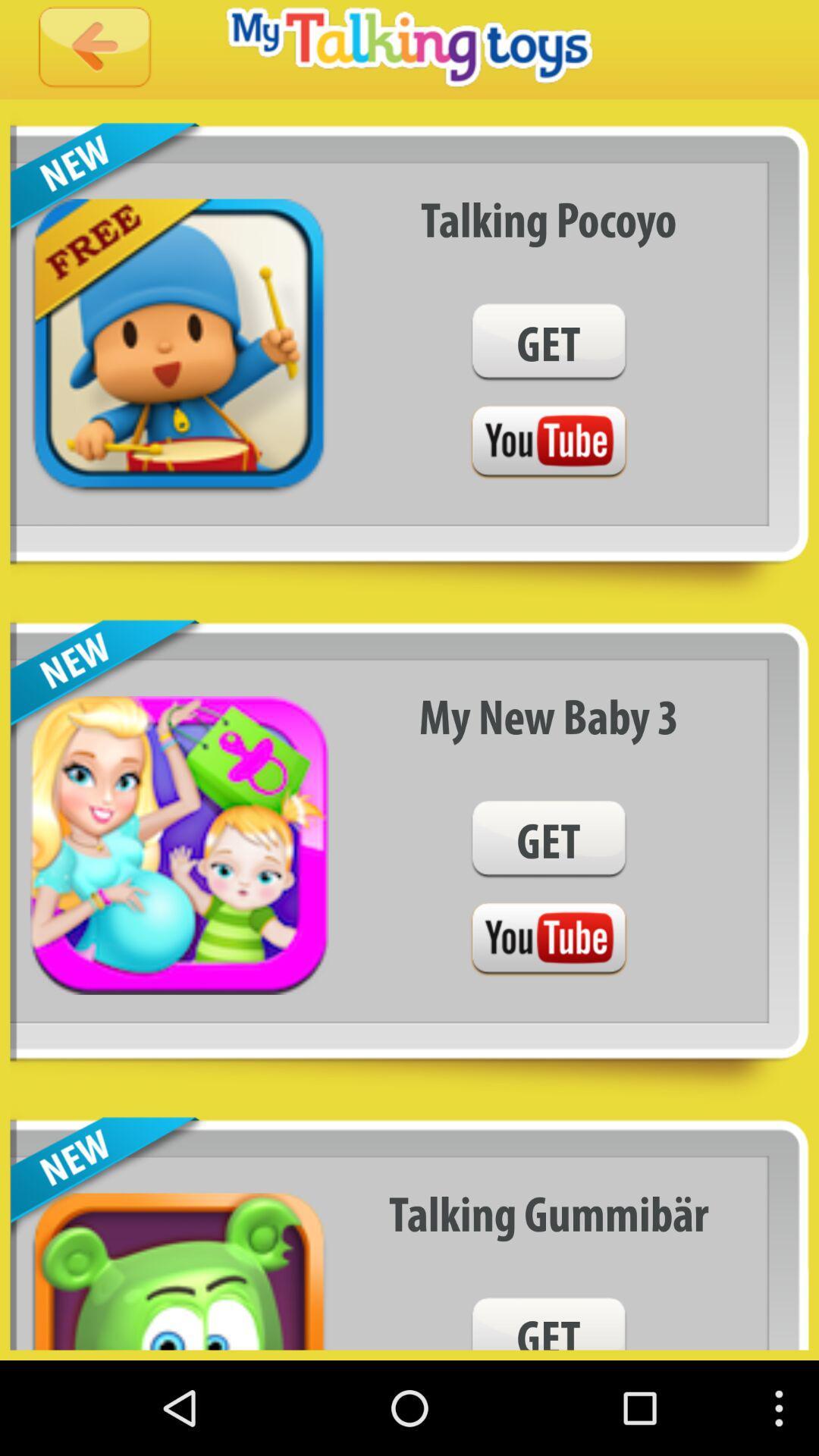  I want to click on talking pocoyo item, so click(548, 218).